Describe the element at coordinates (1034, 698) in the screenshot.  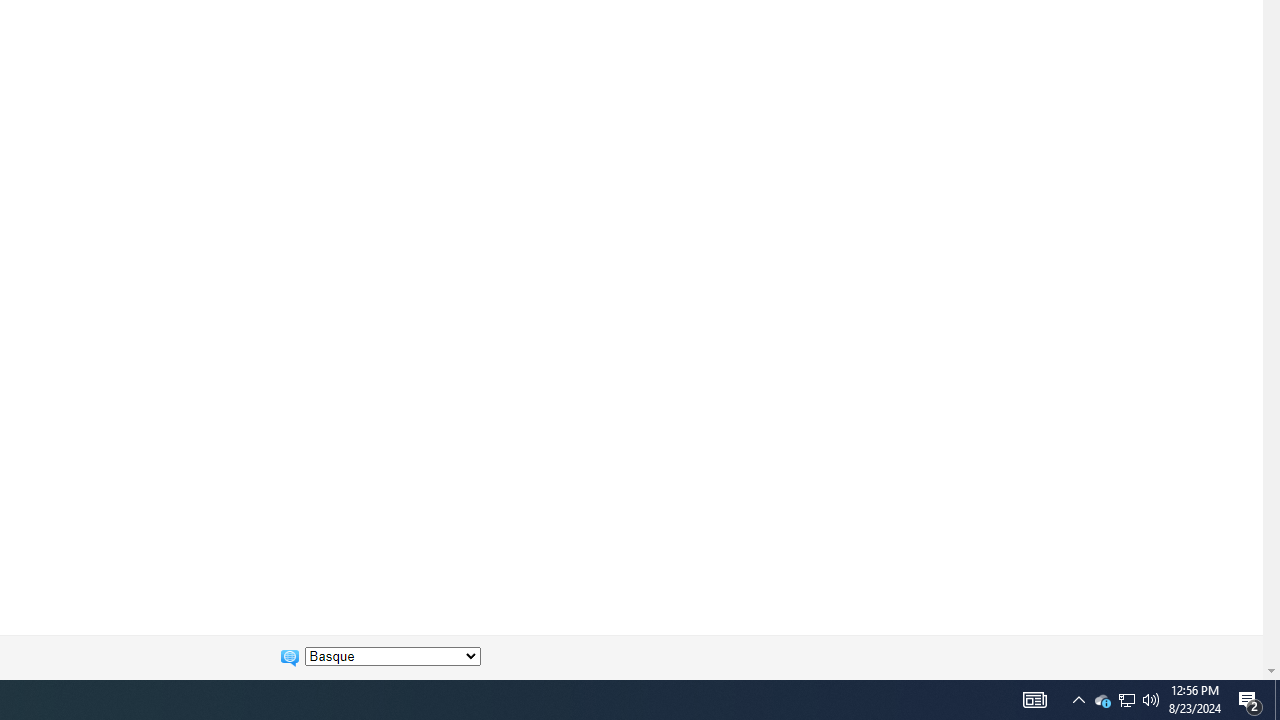
I see `'Notification Chevron'` at that location.